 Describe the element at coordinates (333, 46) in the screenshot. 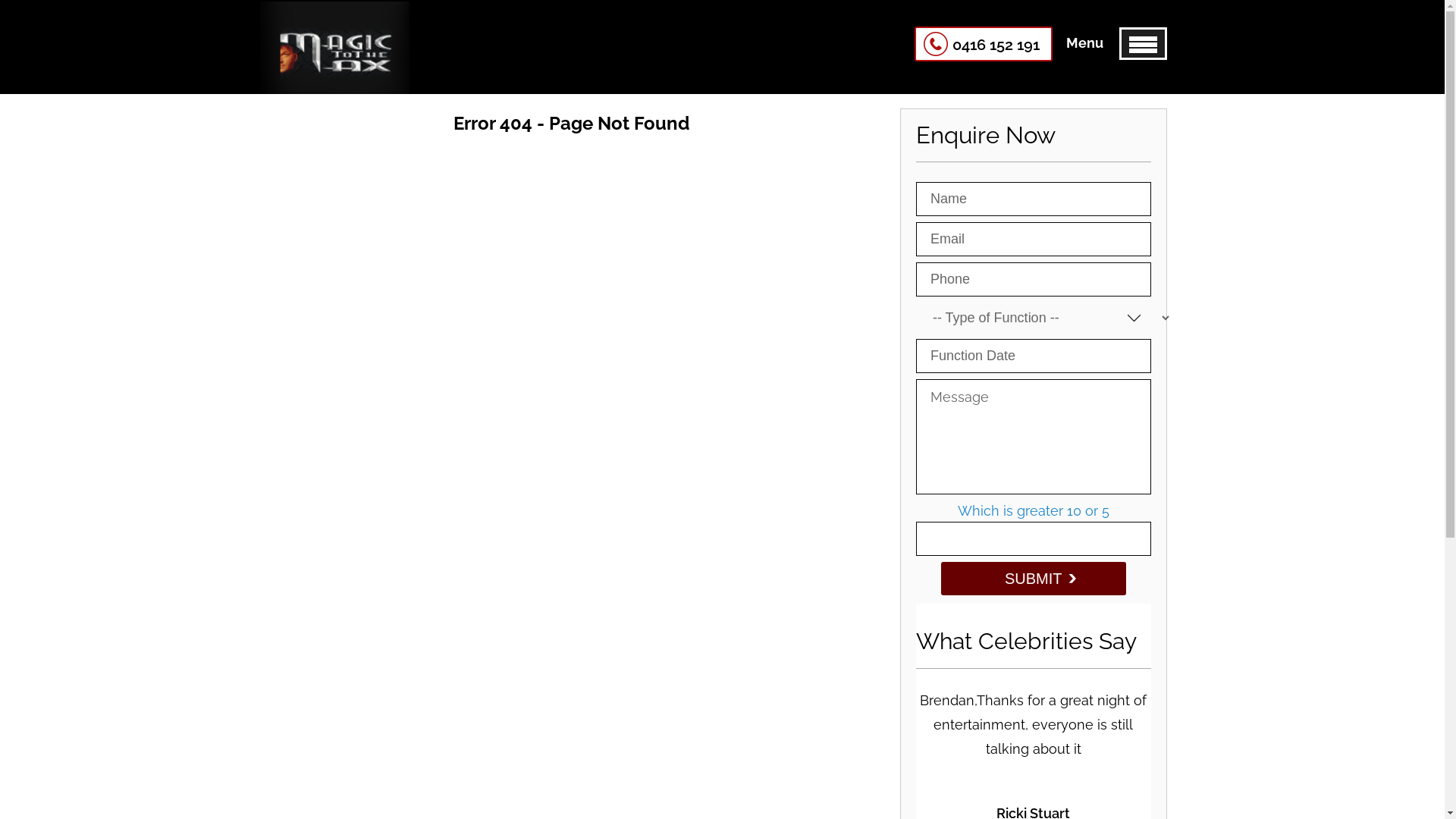

I see `'Magician Sydney'` at that location.